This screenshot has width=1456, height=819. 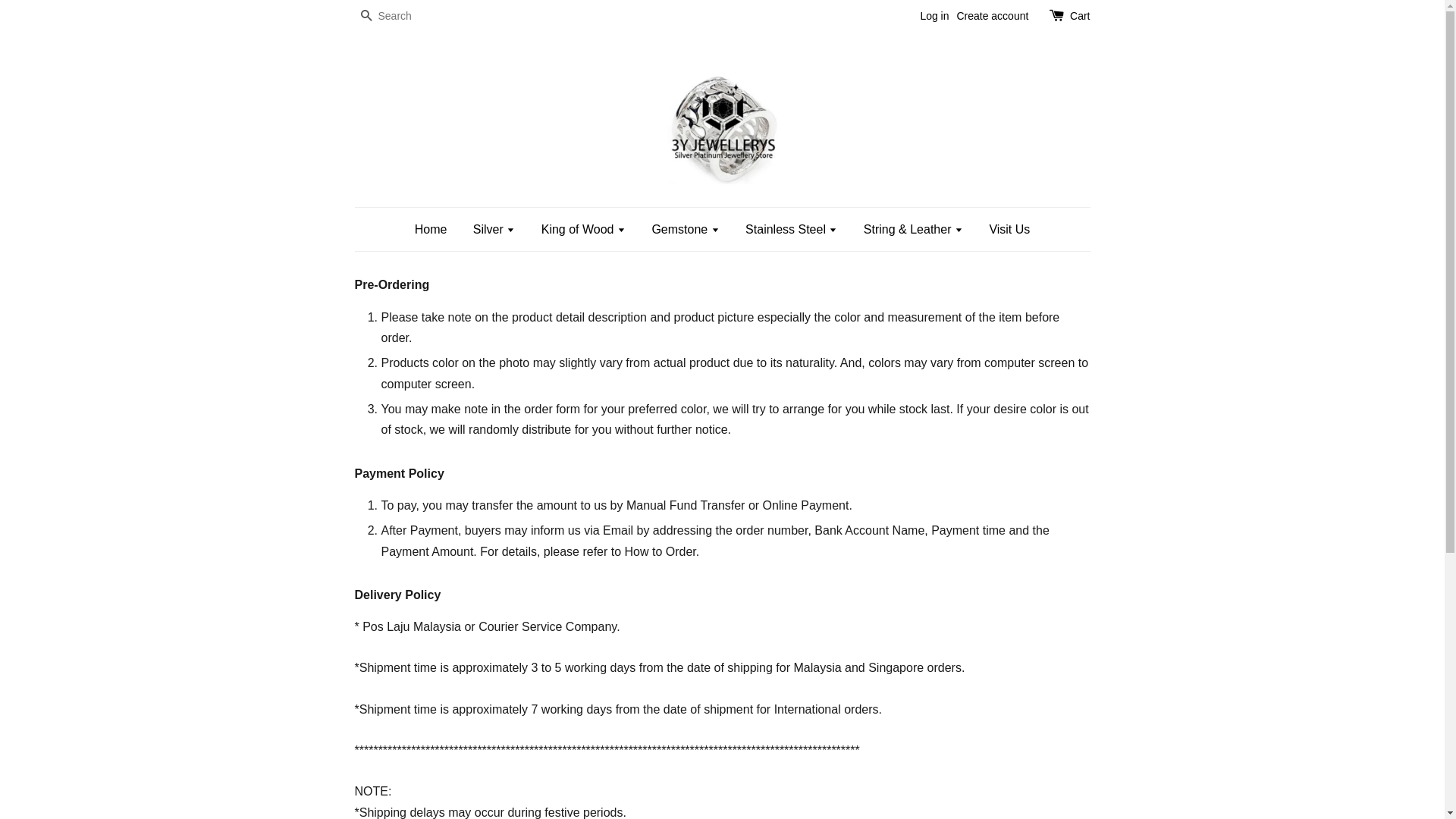 What do you see at coordinates (912, 229) in the screenshot?
I see `'String & Leather'` at bounding box center [912, 229].